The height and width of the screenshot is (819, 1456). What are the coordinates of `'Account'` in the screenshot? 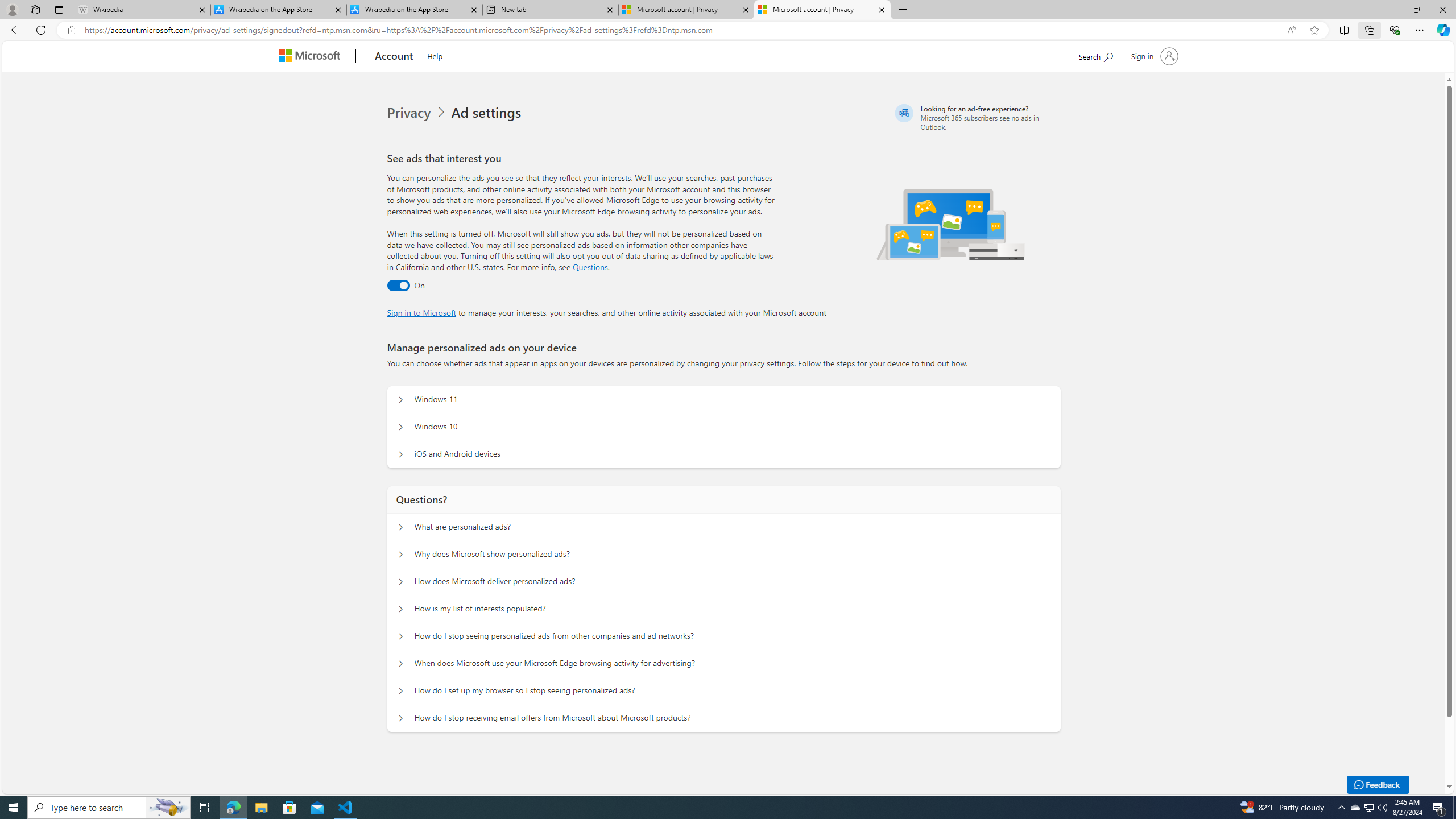 It's located at (394, 56).